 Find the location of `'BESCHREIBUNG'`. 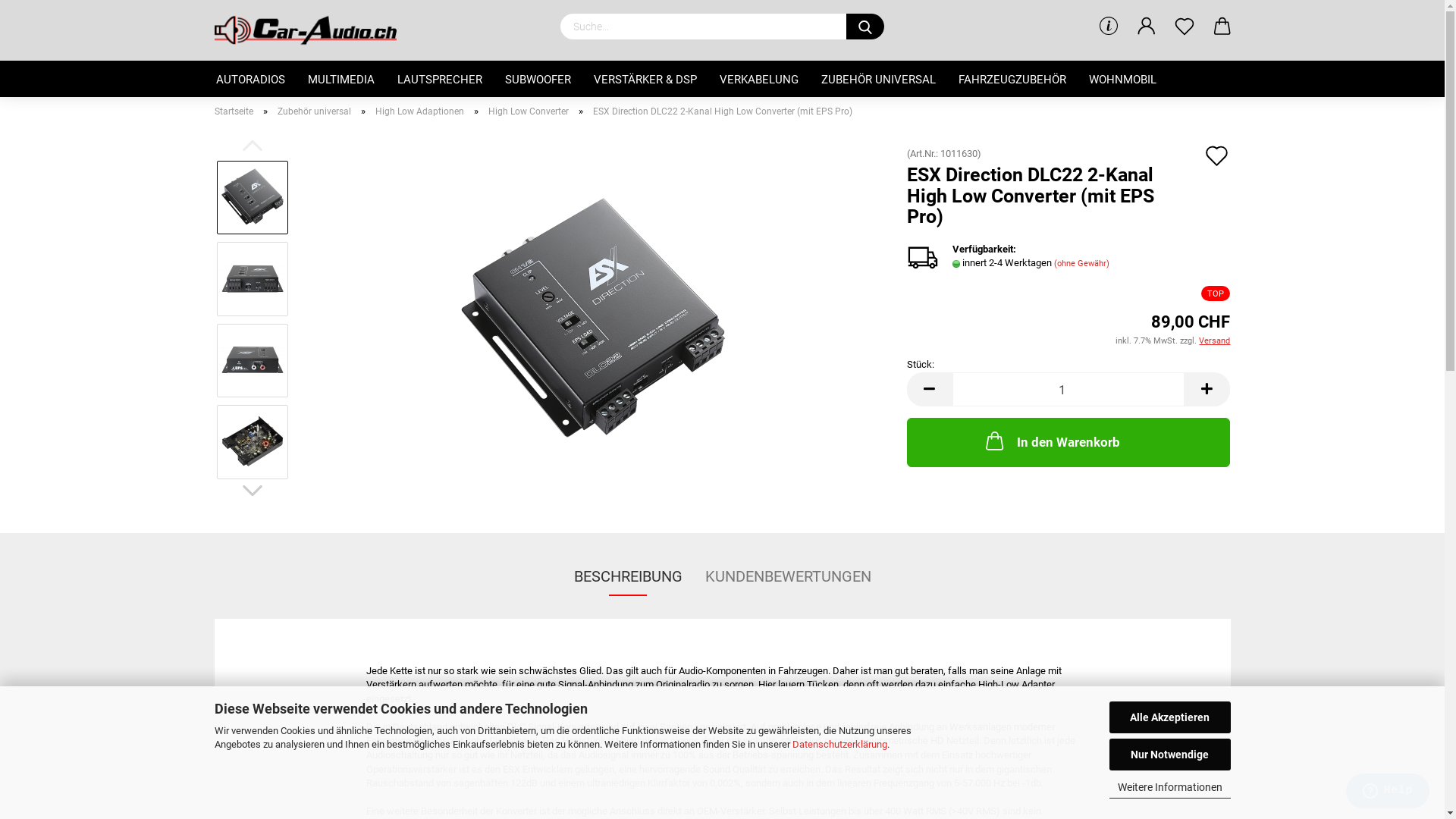

'BESCHREIBUNG' is located at coordinates (628, 576).